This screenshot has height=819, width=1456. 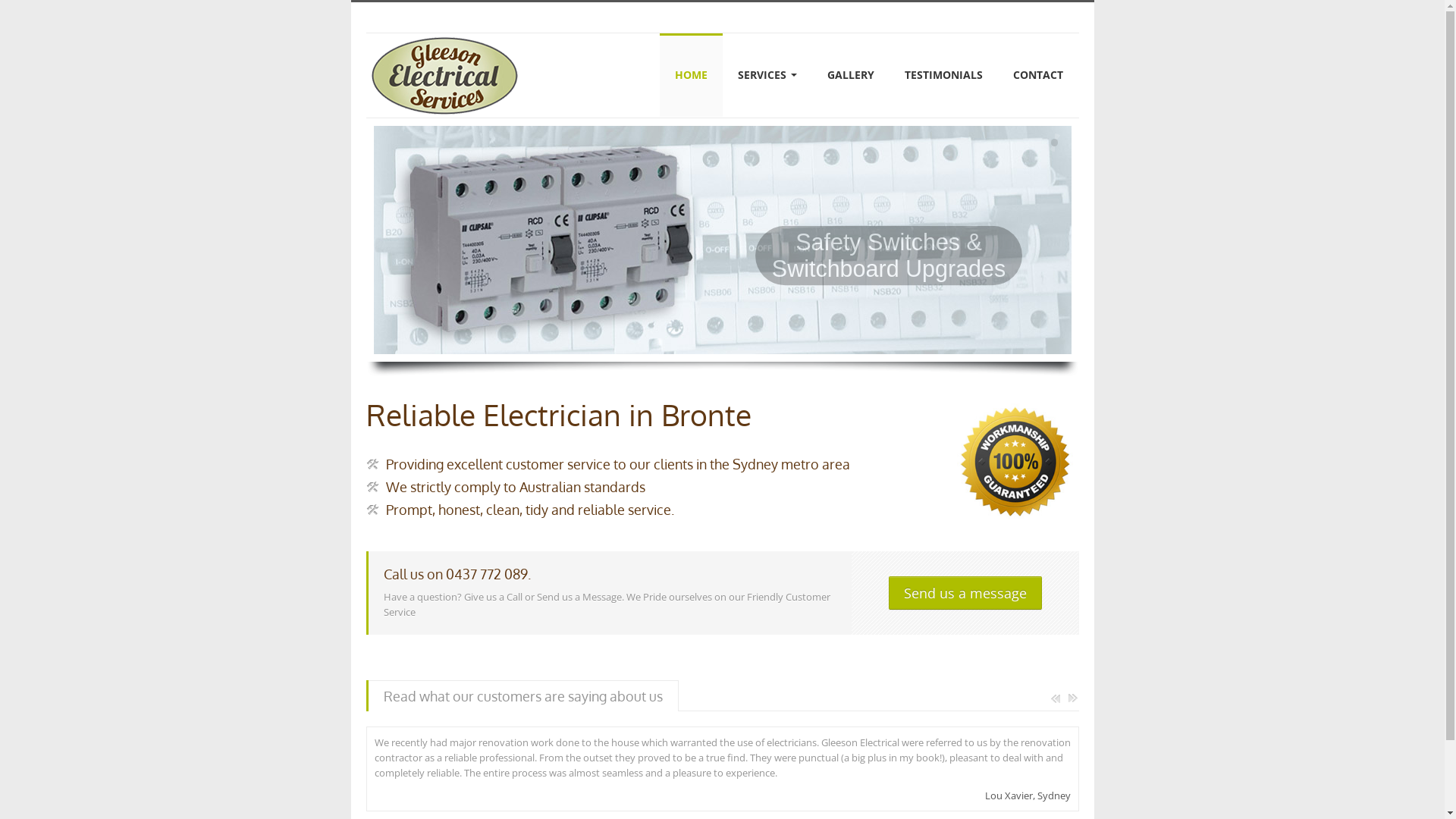 What do you see at coordinates (851, 75) in the screenshot?
I see `'GALLERY'` at bounding box center [851, 75].